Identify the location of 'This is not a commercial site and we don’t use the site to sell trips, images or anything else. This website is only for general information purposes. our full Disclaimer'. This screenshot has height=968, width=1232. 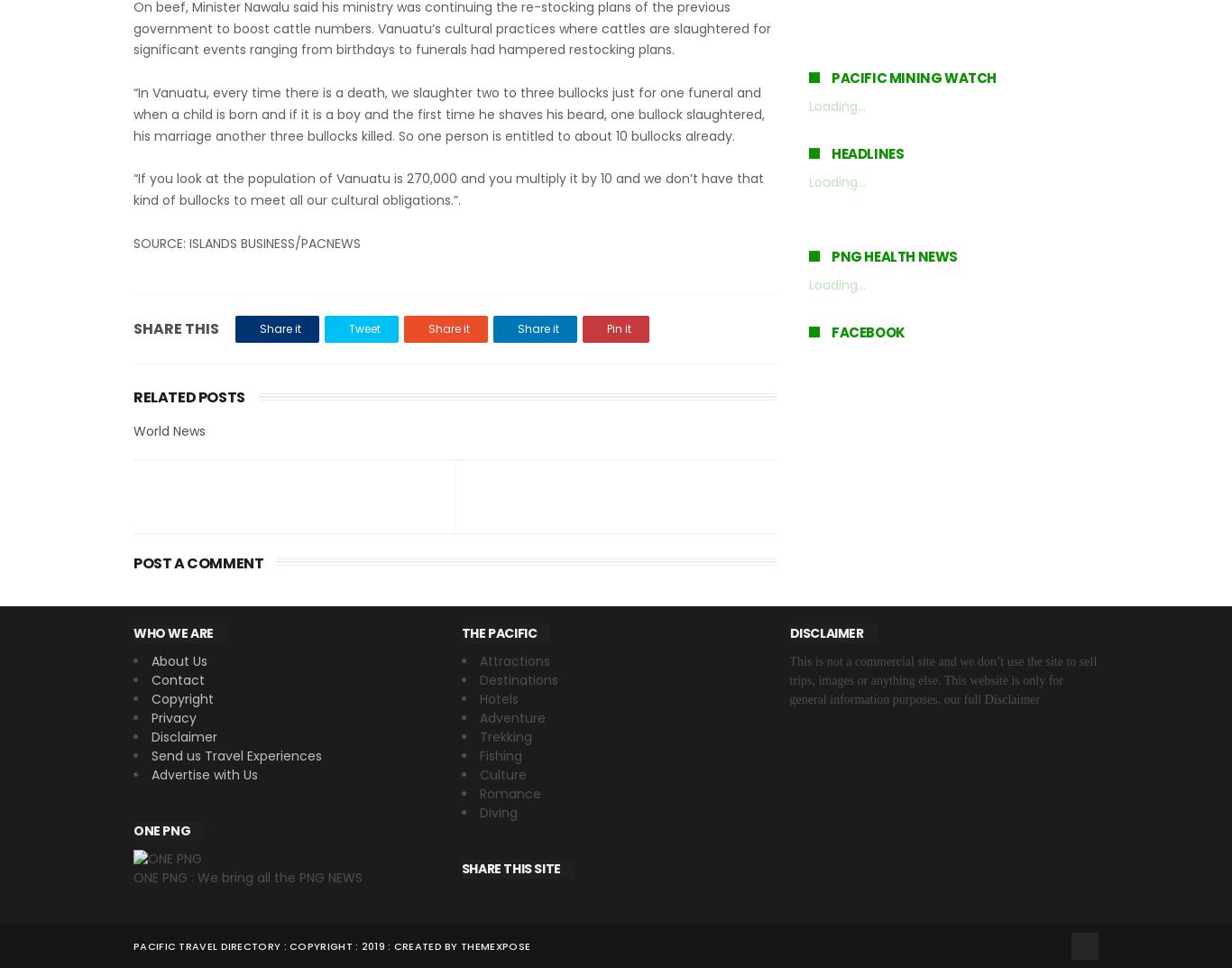
(942, 679).